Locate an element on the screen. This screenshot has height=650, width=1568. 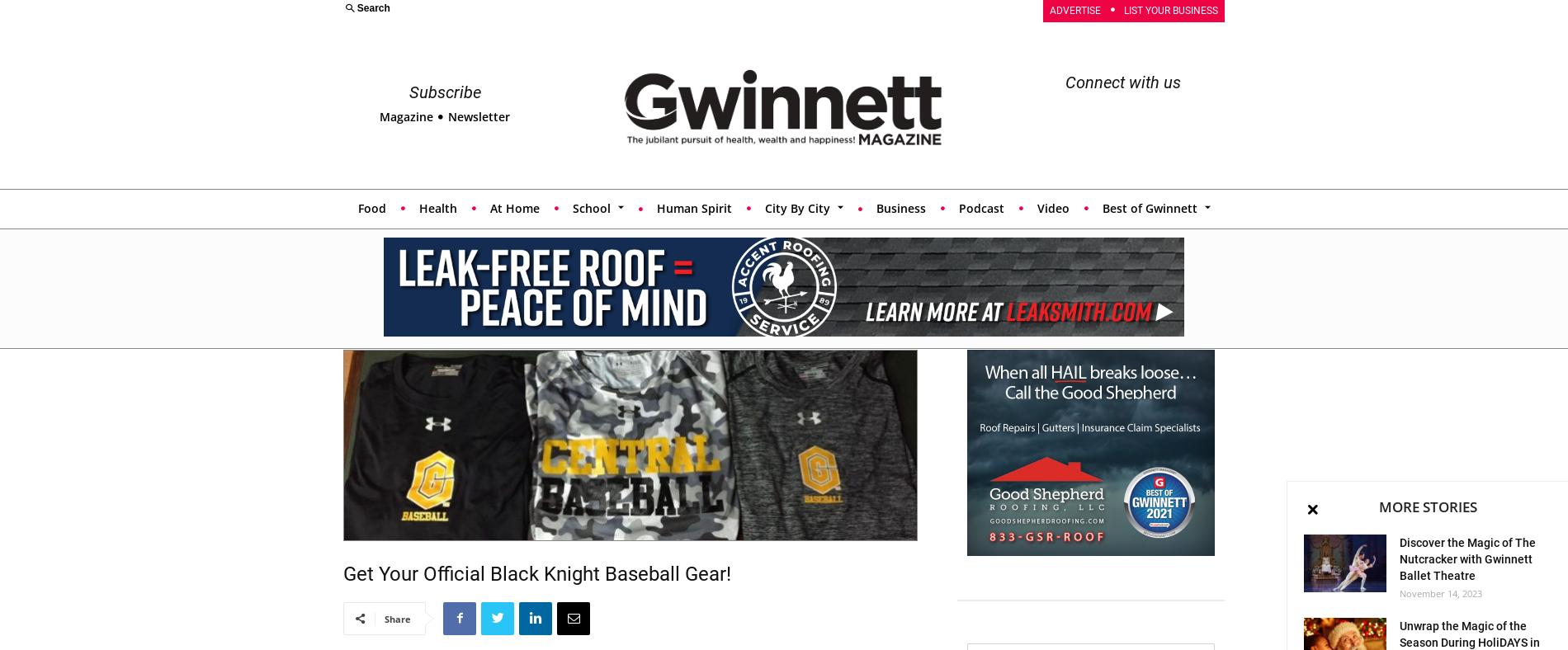
'Get Your Official Black Knight Baseball Gear!' is located at coordinates (536, 573).